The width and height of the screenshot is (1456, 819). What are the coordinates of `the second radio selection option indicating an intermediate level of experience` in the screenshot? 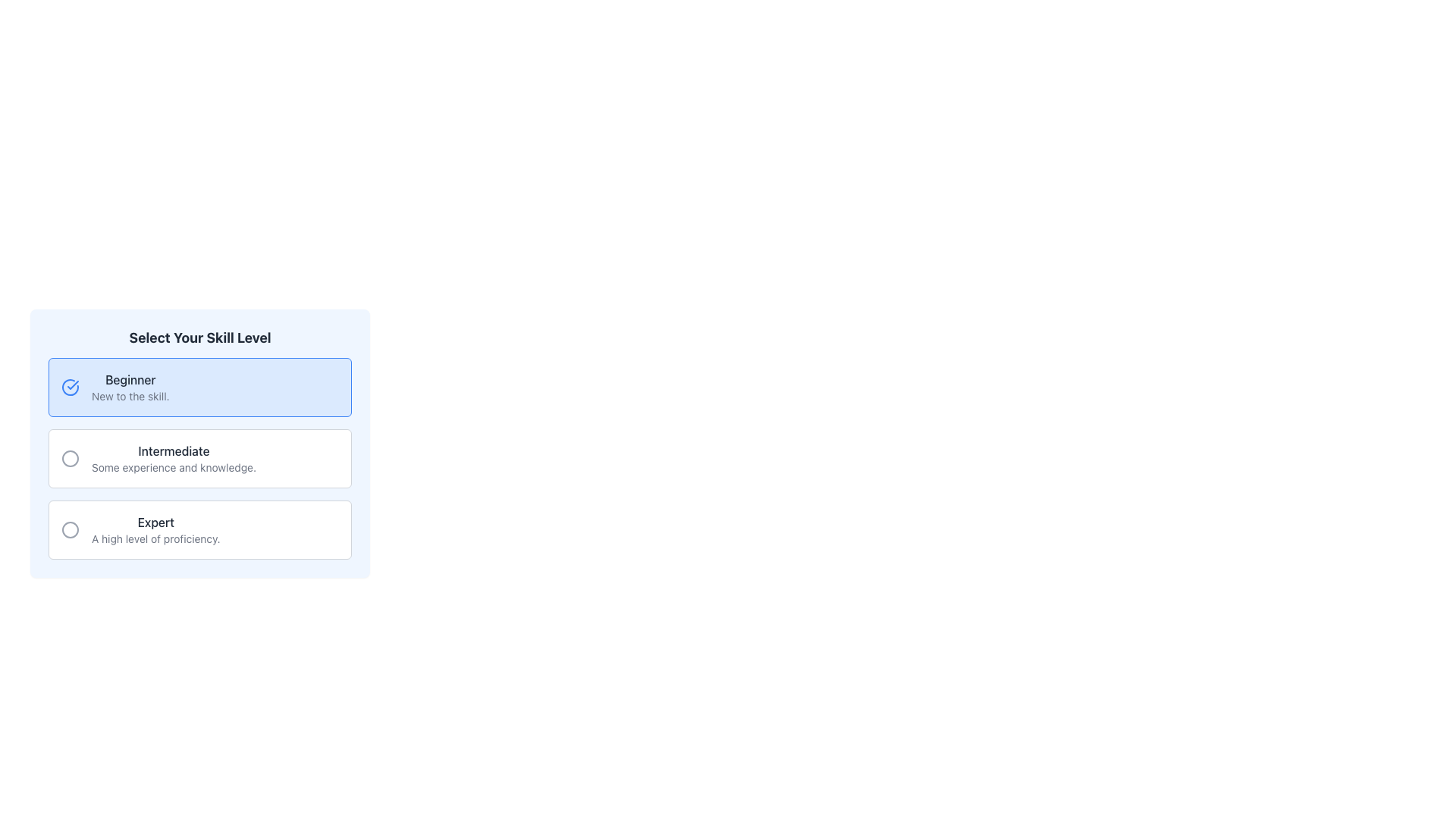 It's located at (199, 458).